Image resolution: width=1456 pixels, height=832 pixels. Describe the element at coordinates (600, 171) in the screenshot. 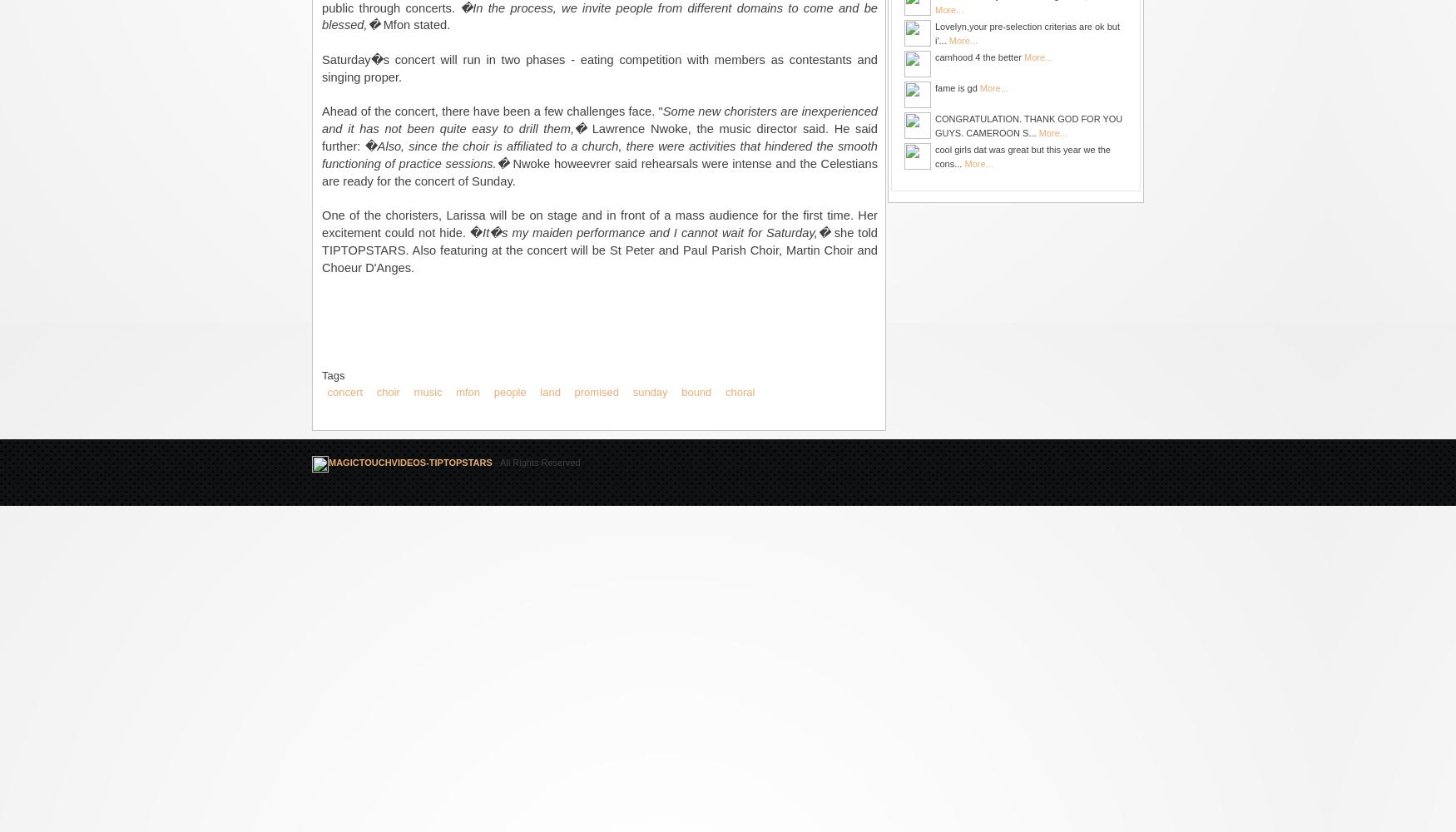

I see `'Nwoke howeevrer said rehearsals were intense and the Celestians are ready for the concert of Sunday.'` at that location.